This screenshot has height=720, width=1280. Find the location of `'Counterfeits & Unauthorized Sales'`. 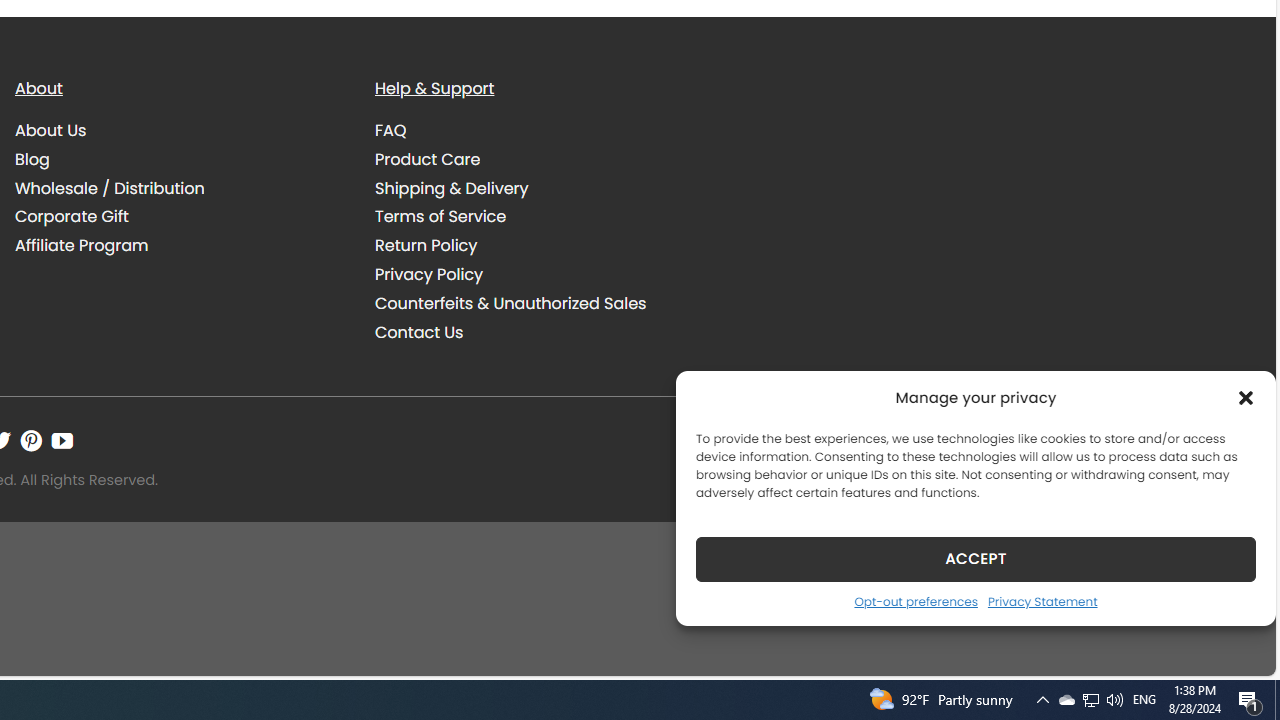

'Counterfeits & Unauthorized Sales' is located at coordinates (510, 303).